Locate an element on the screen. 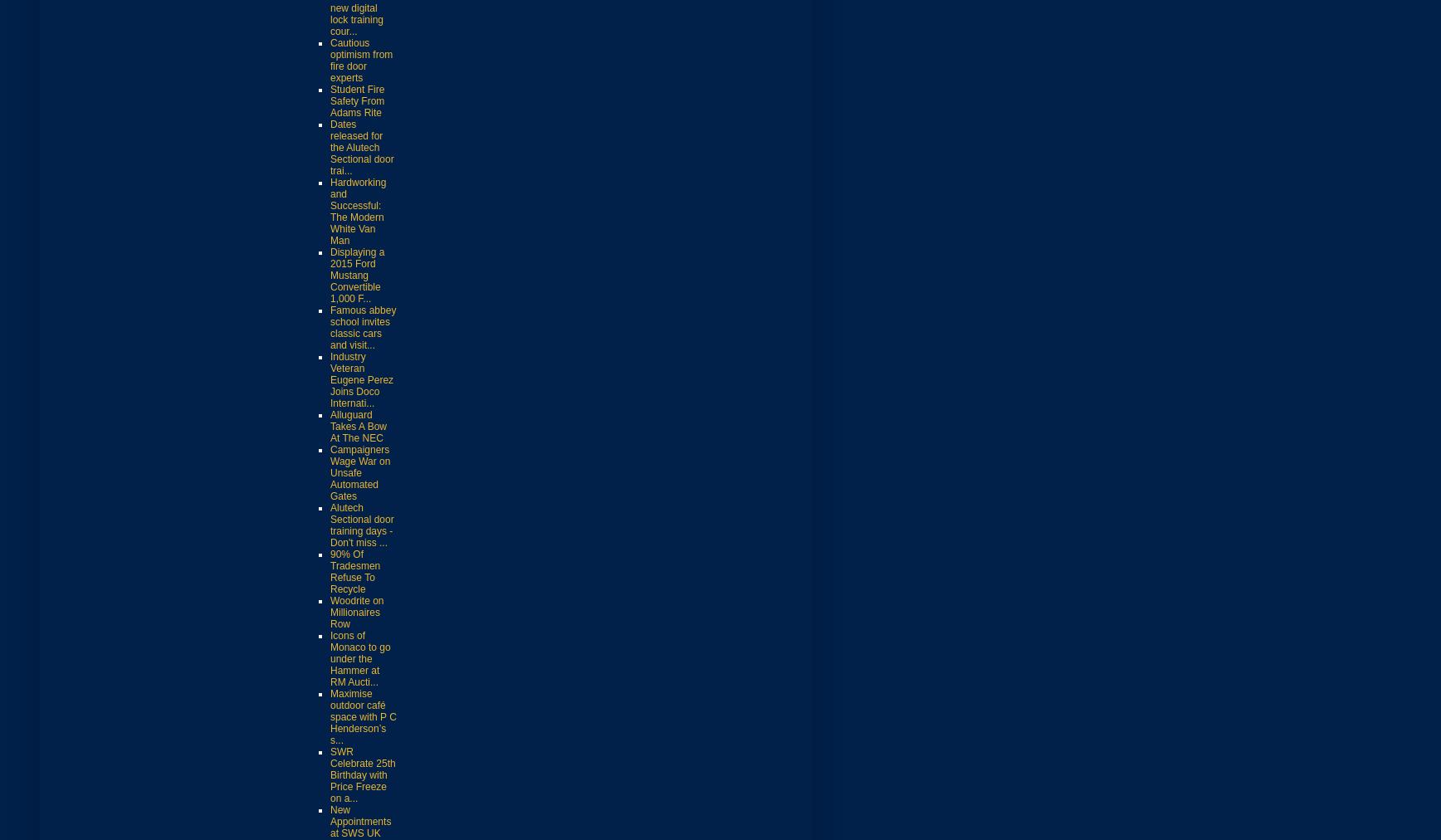 This screenshot has height=840, width=1441. 'Maximise outdoor café space with P C Henderson’s s...' is located at coordinates (363, 715).